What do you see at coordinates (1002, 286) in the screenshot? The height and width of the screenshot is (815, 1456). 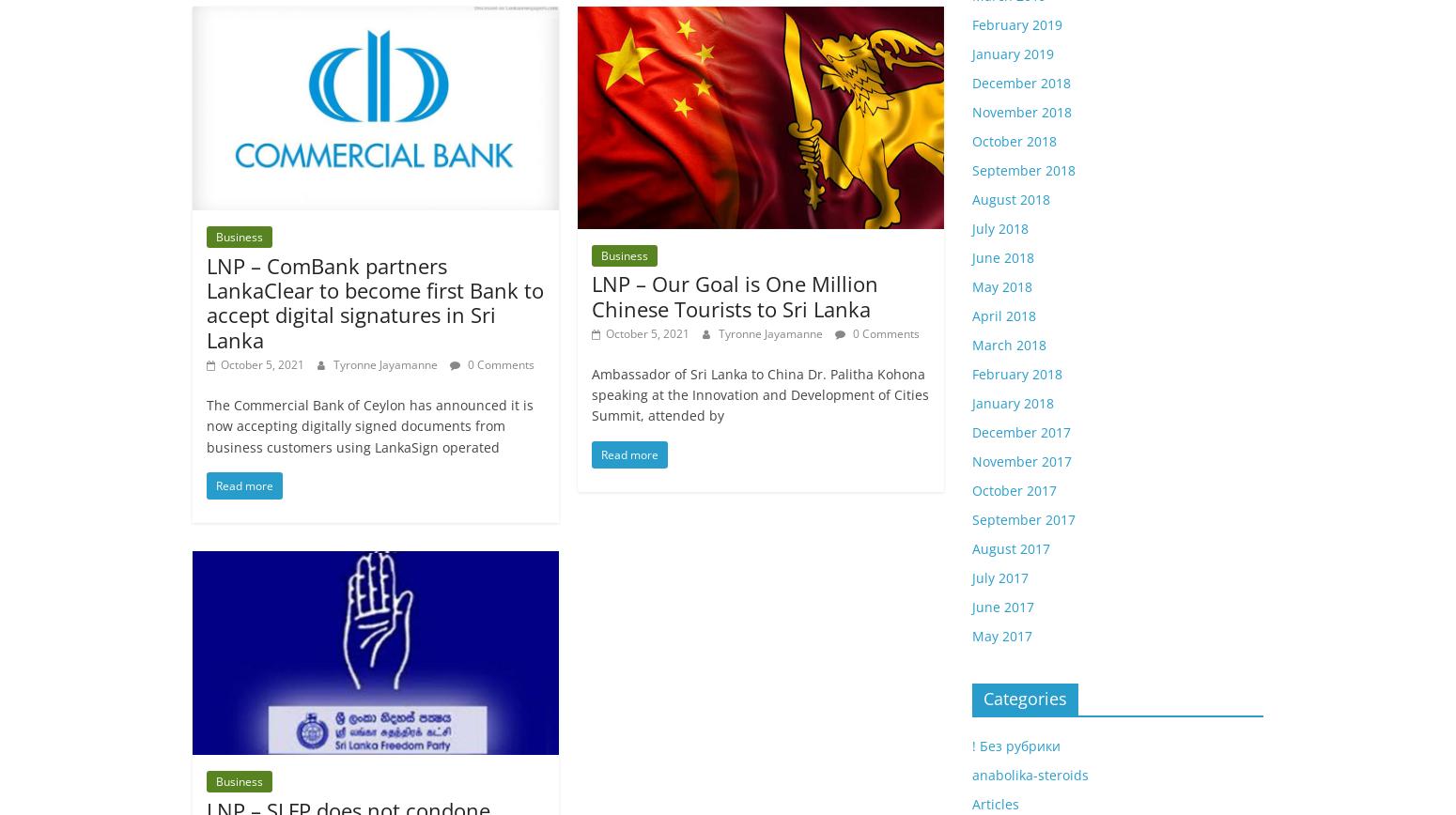 I see `'May 2018'` at bounding box center [1002, 286].